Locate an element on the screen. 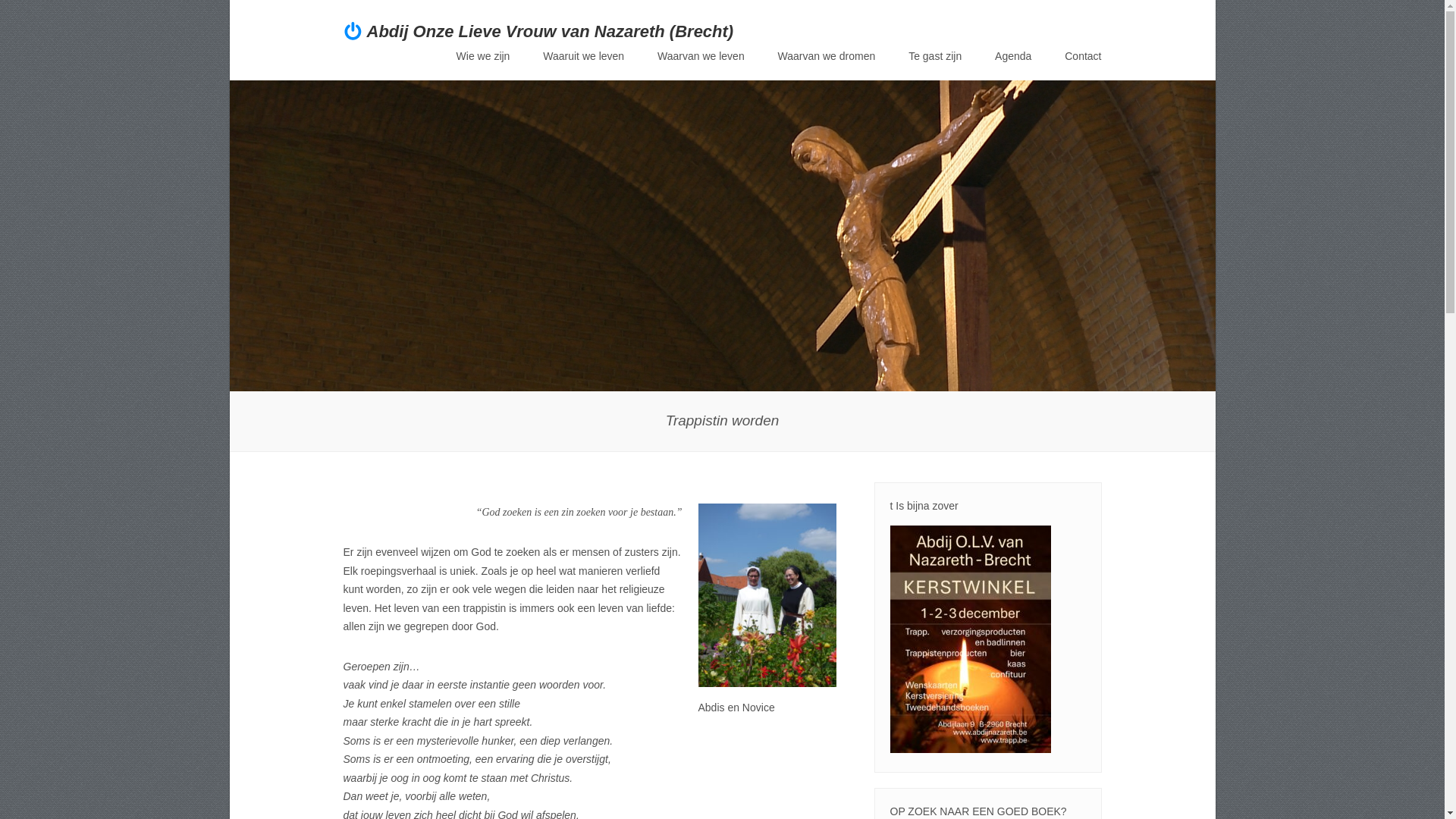 This screenshot has height=819, width=1456. 'Te gast zijn' is located at coordinates (934, 55).